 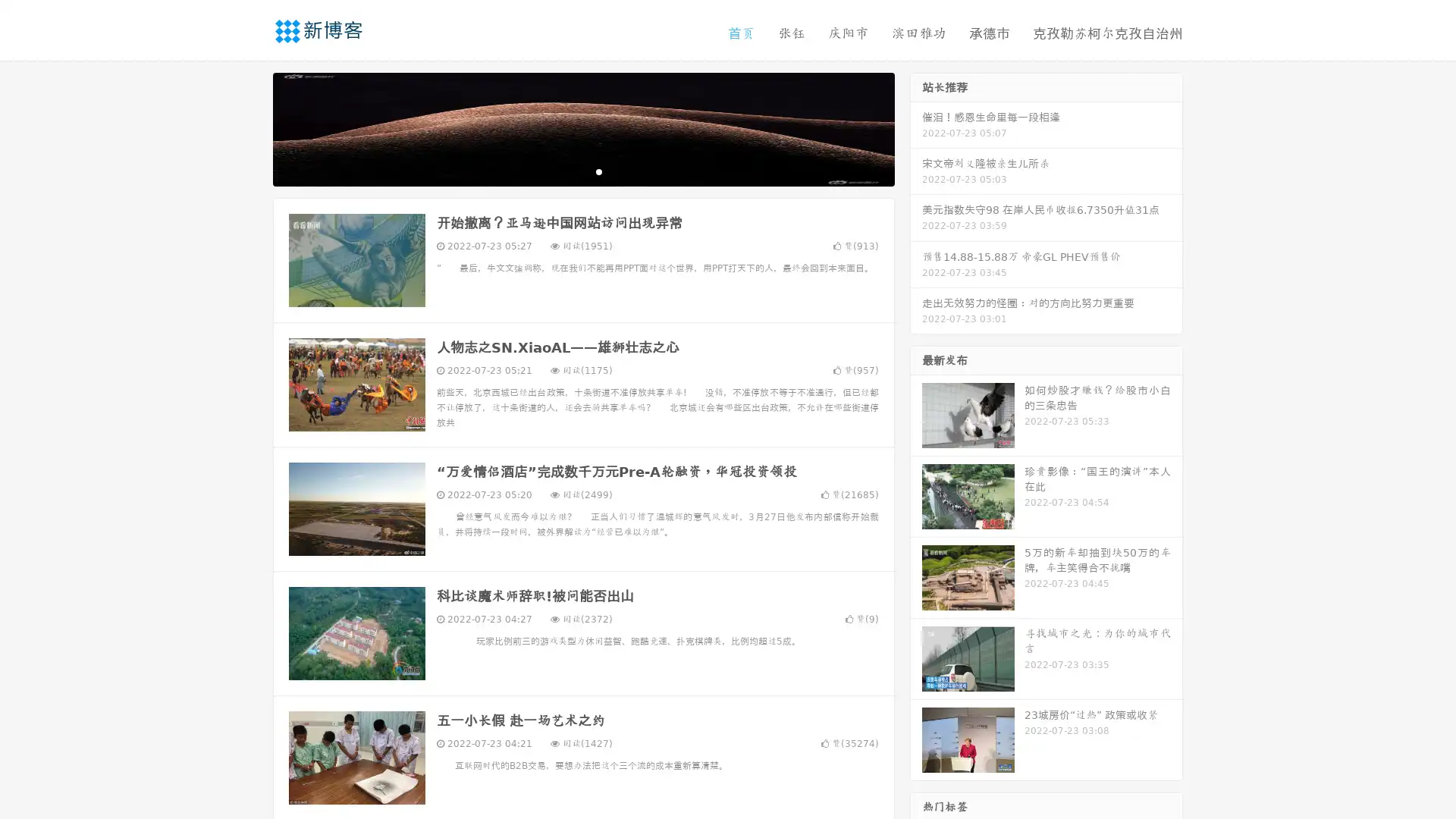 What do you see at coordinates (598, 171) in the screenshot?
I see `Go to slide 3` at bounding box center [598, 171].